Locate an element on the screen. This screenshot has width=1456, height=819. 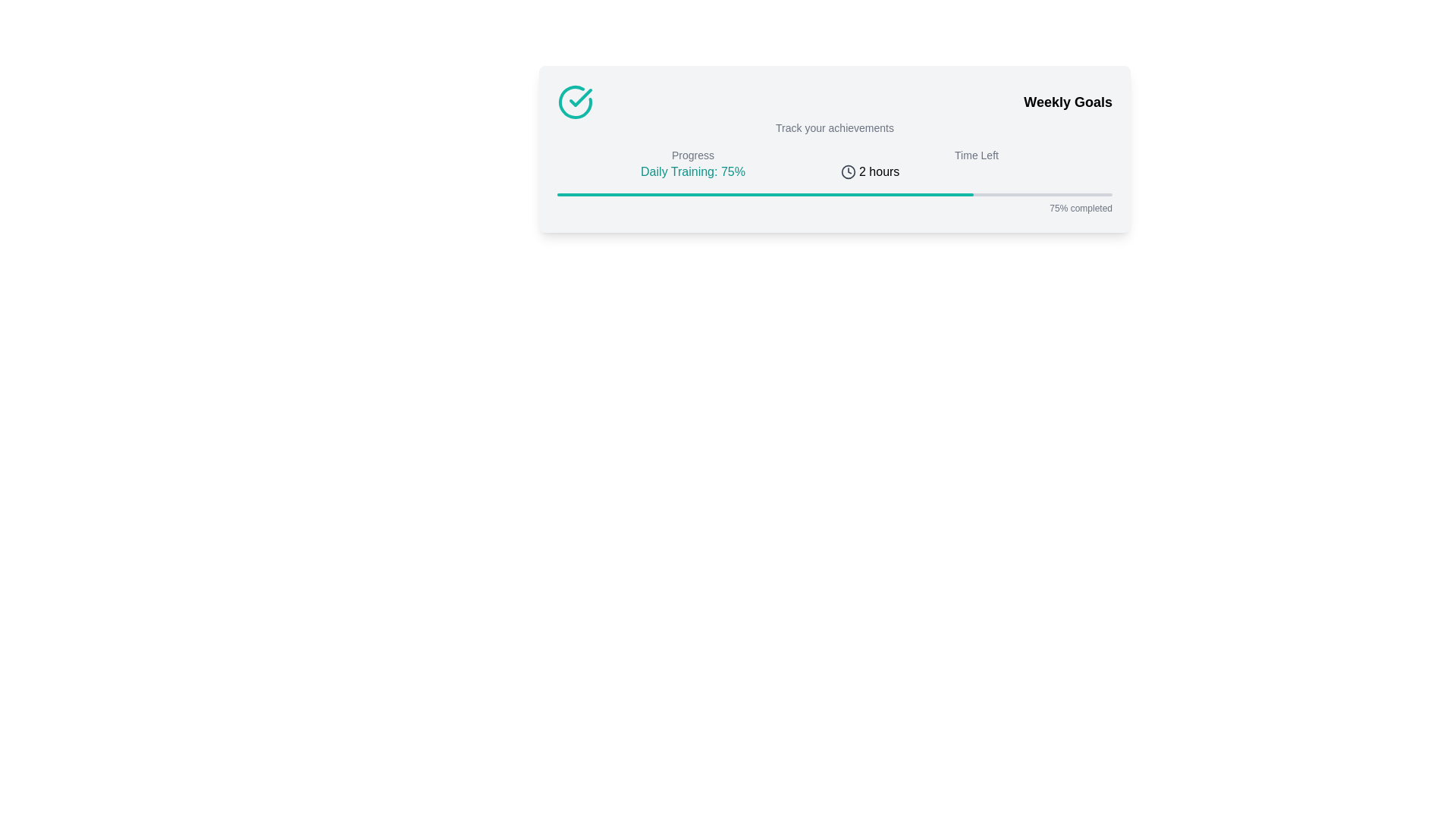
the teal progress indicator, which visually represents the percentage of progress completed, located at the bottom of the card is located at coordinates (765, 194).